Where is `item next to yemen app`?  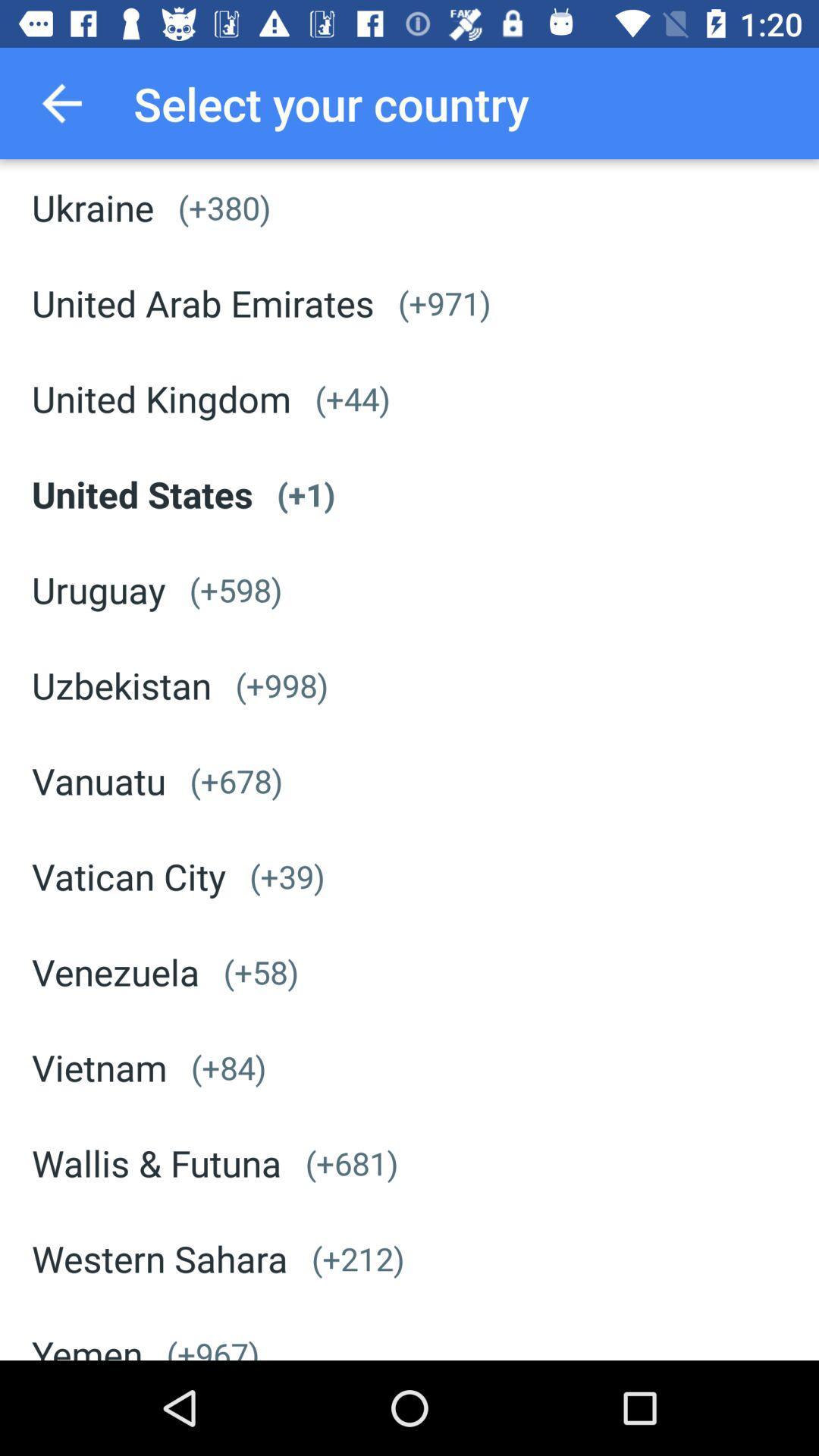 item next to yemen app is located at coordinates (212, 1346).